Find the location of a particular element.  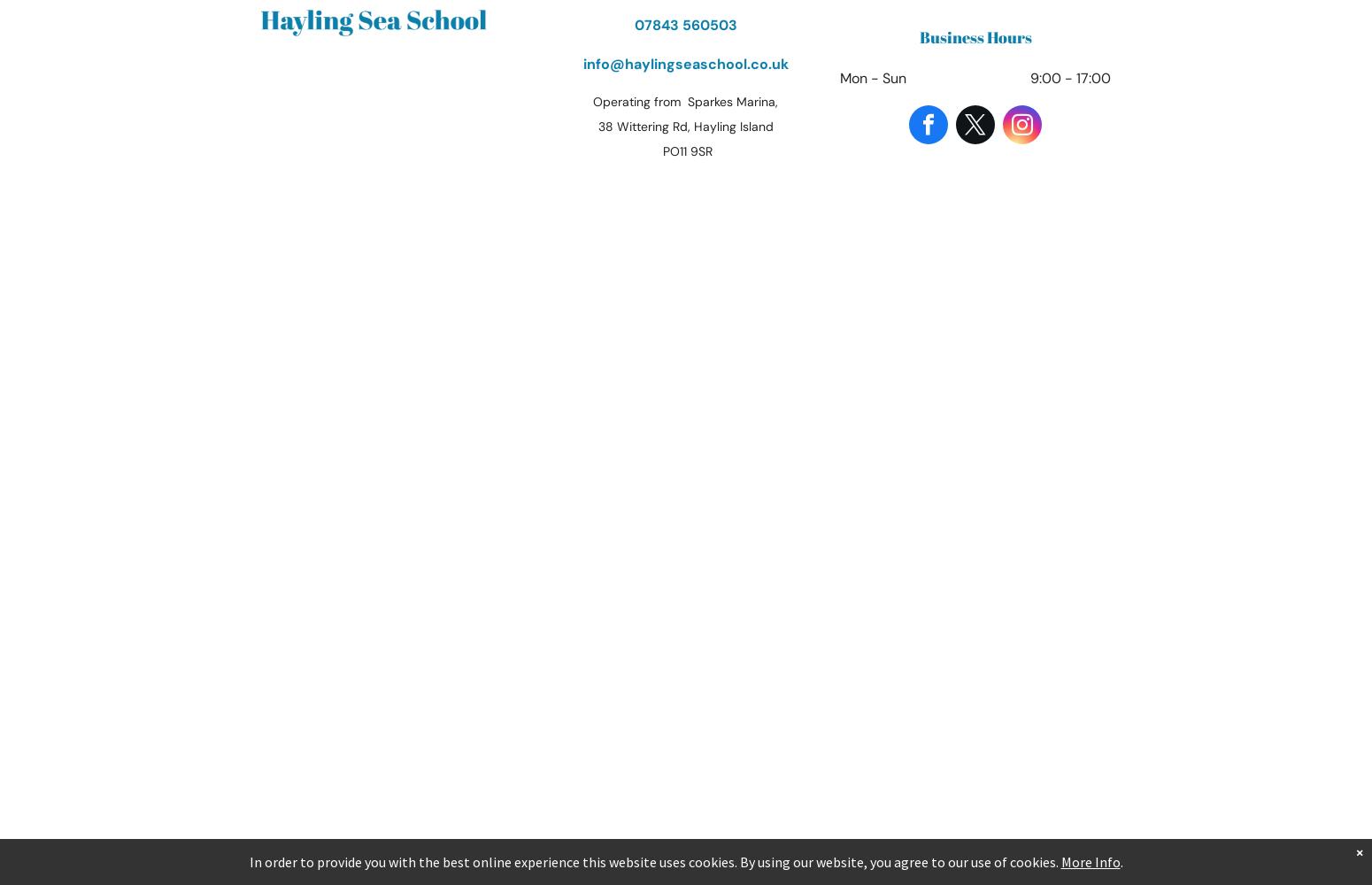

'-' is located at coordinates (1068, 77).